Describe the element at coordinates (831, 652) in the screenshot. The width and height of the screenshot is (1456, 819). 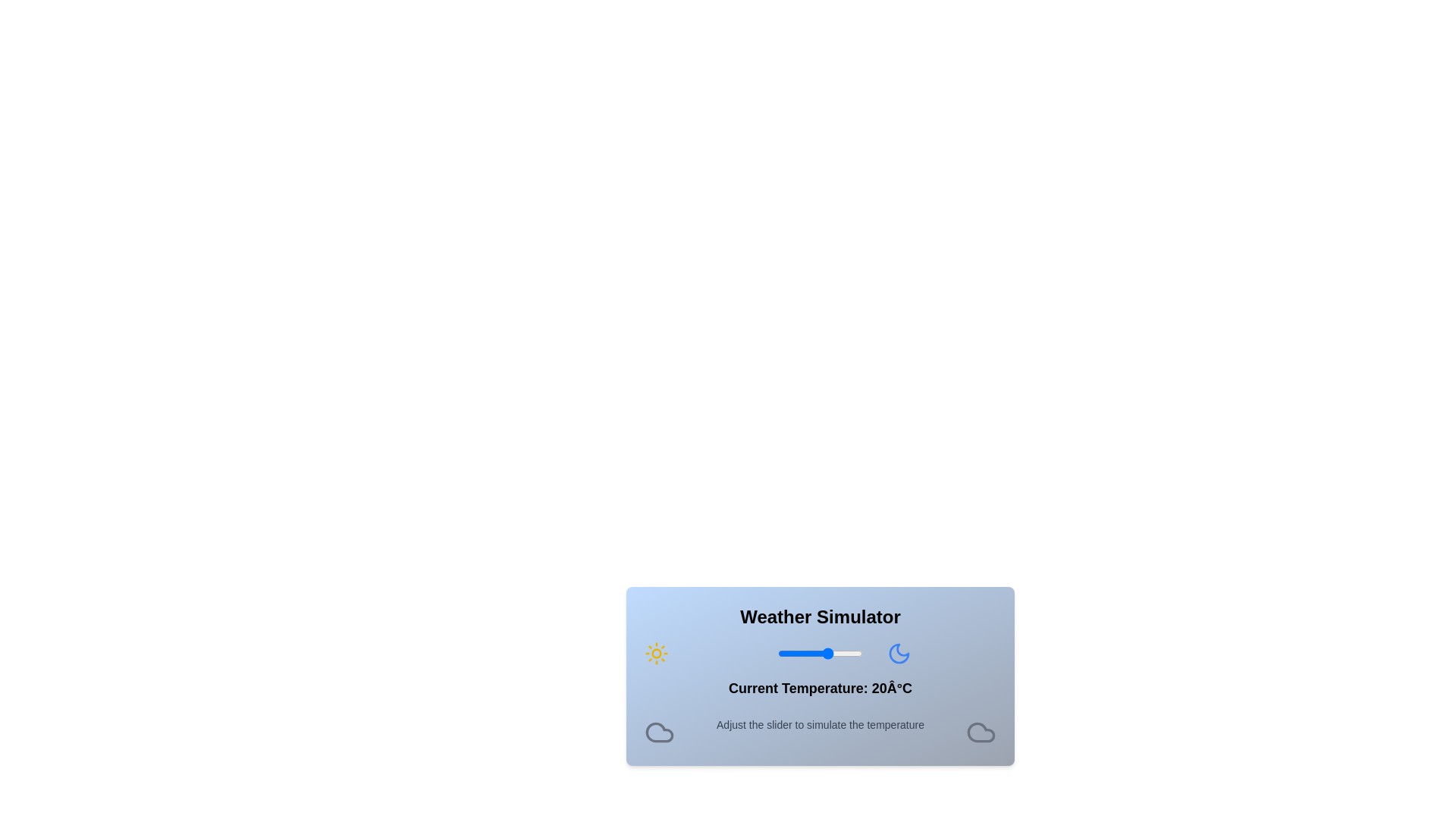
I see `the slider to set the temperature to 22°C` at that location.